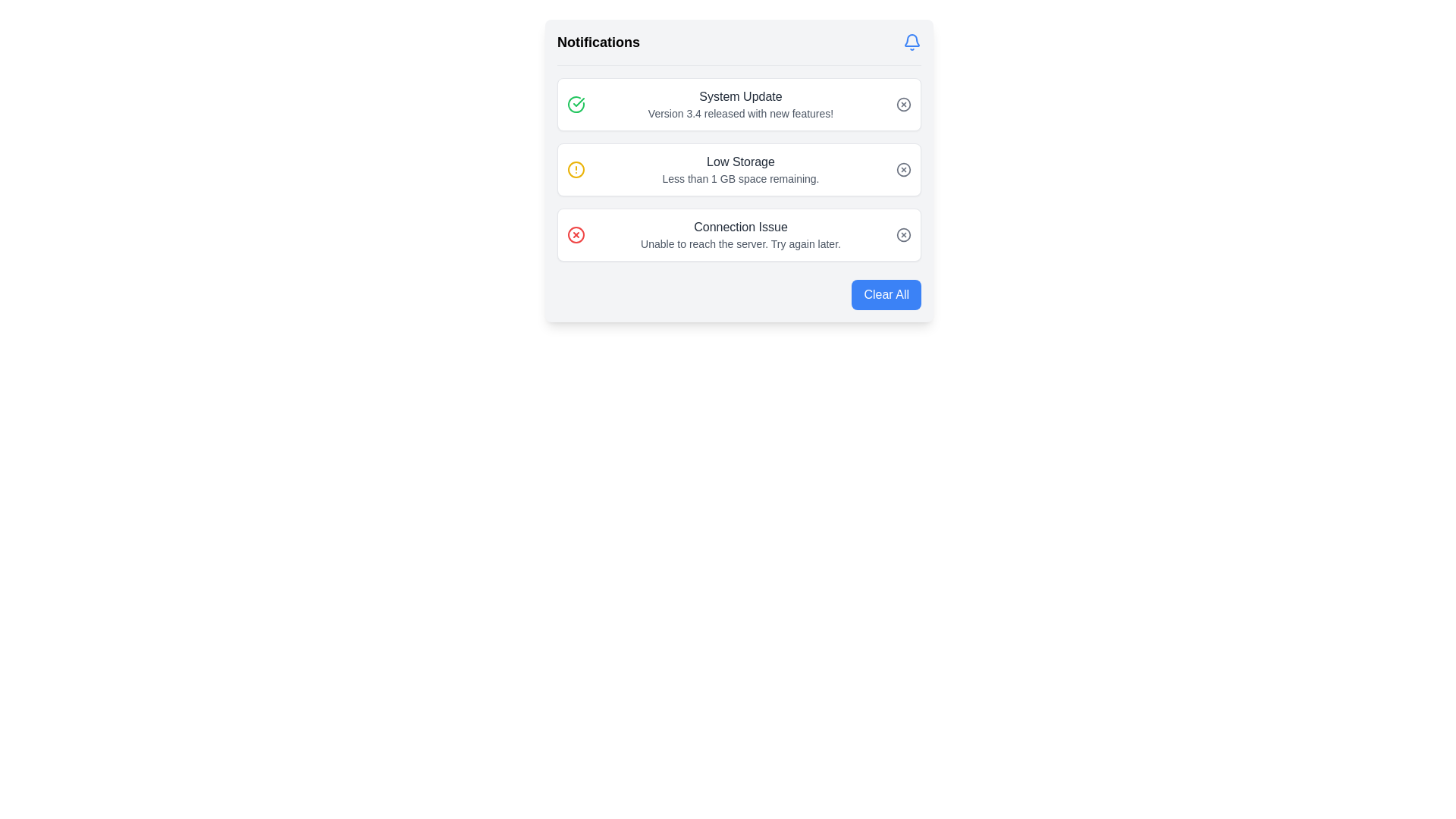 The width and height of the screenshot is (1456, 819). What do you see at coordinates (741, 169) in the screenshot?
I see `the notification card that contains the low storage space notification text block, located in the second row of notifications by moving to its center area` at bounding box center [741, 169].